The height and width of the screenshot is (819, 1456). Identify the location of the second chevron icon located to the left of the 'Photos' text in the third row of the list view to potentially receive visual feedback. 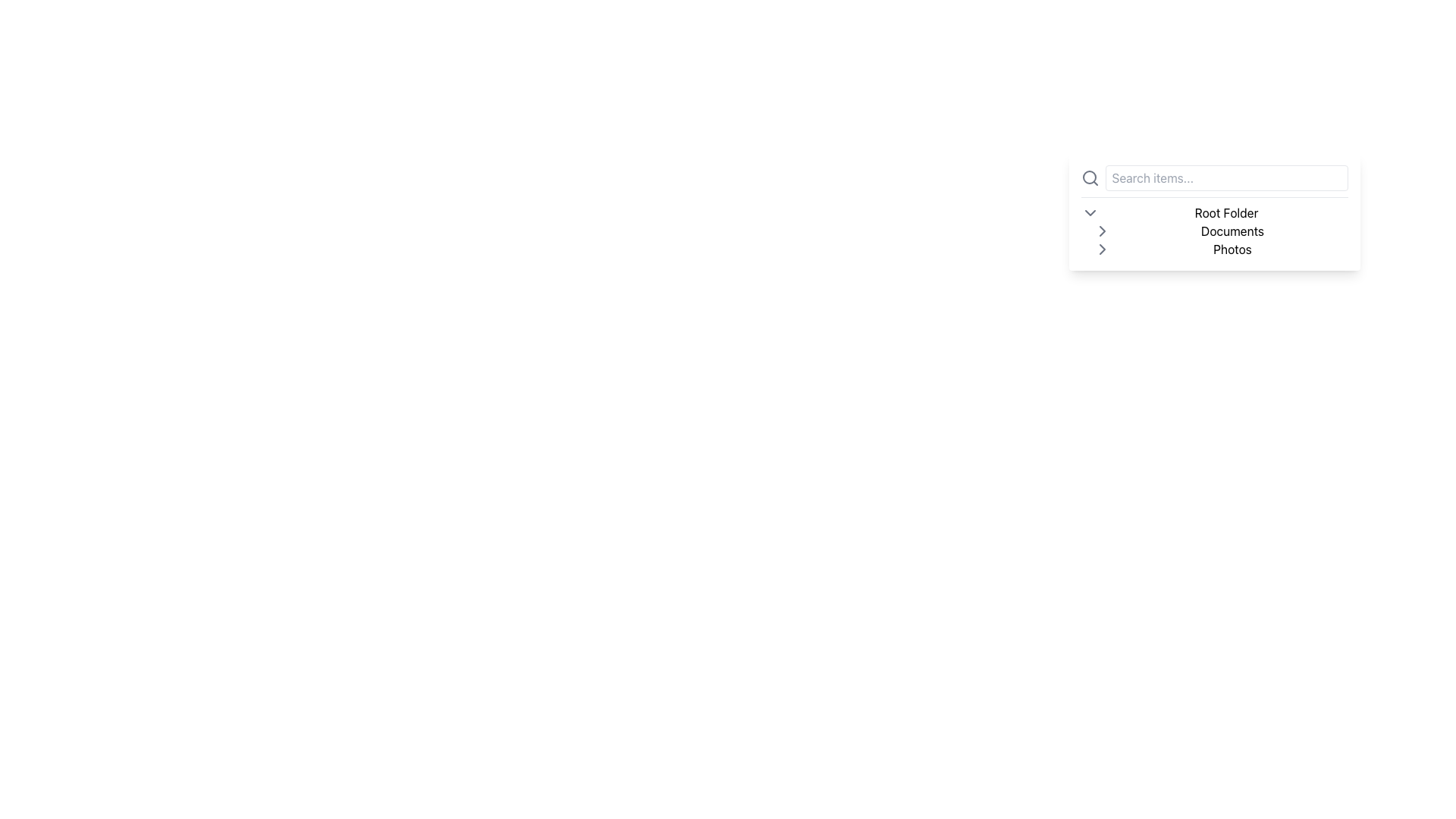
(1102, 248).